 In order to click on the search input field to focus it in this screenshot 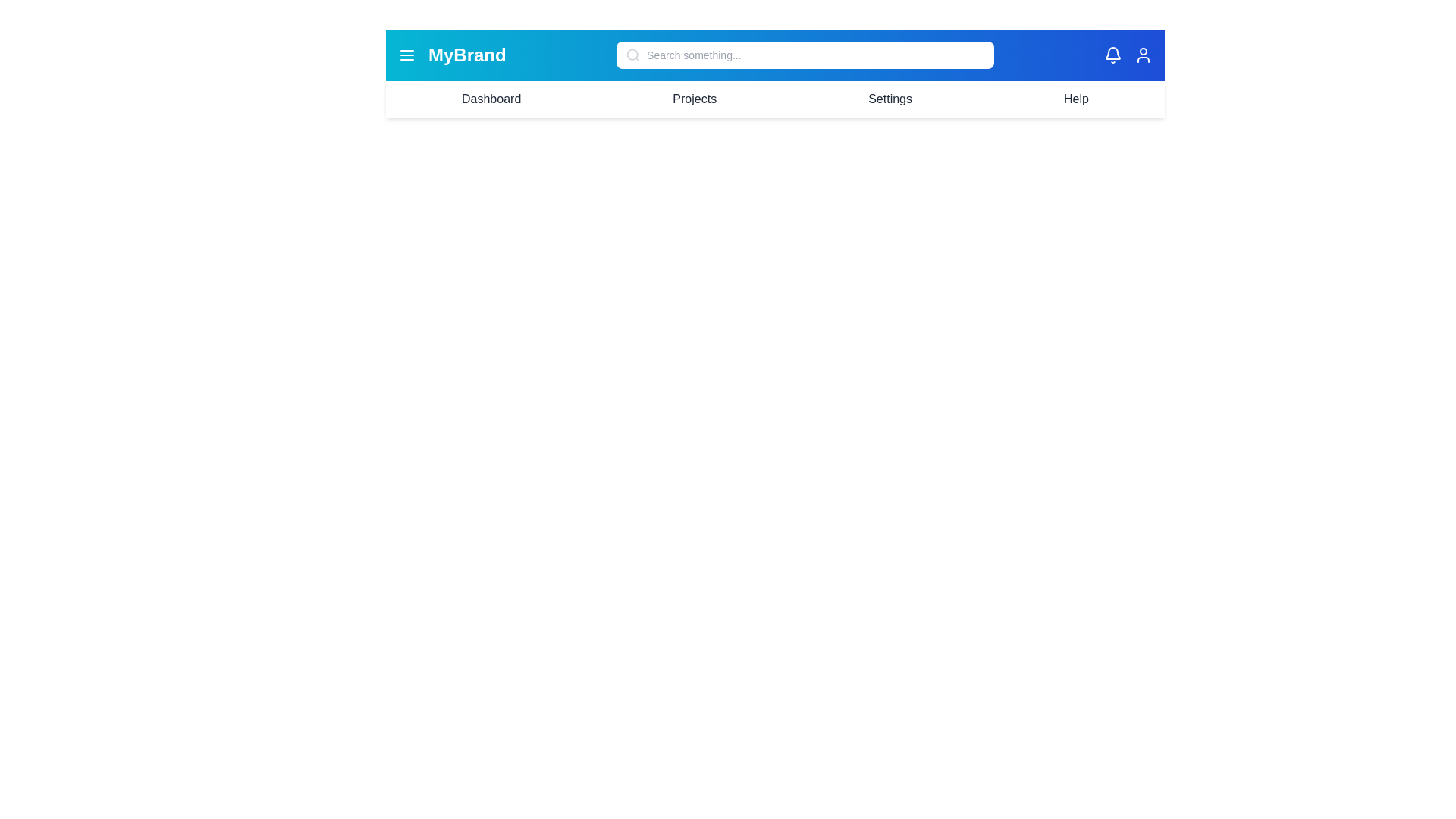, I will do `click(803, 55)`.